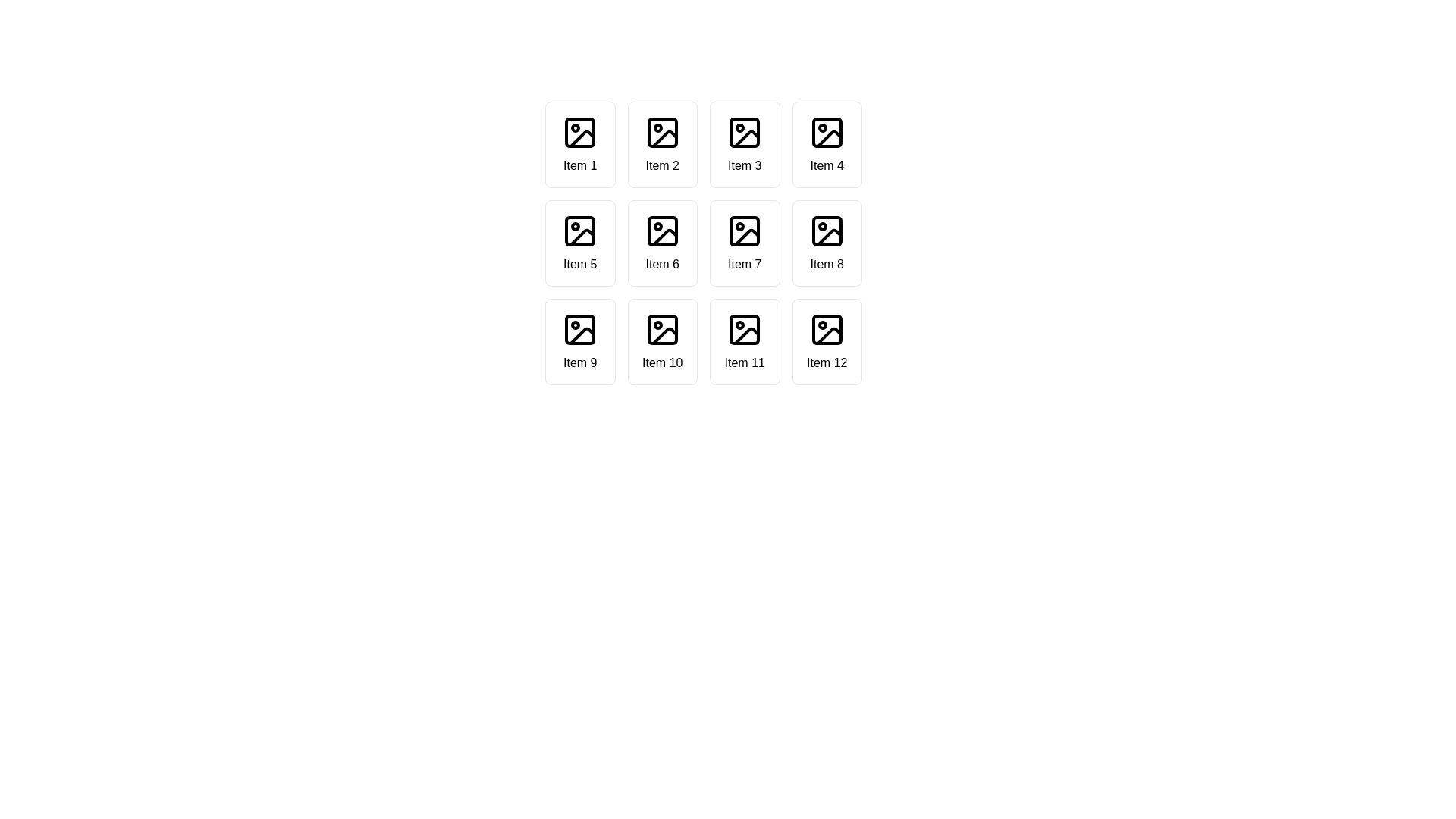 This screenshot has height=819, width=1456. I want to click on the rectangular icon located in the grid cell labeled 'Item 8', which features rounded corners and internal graphics resembling a square and circle, so click(826, 231).